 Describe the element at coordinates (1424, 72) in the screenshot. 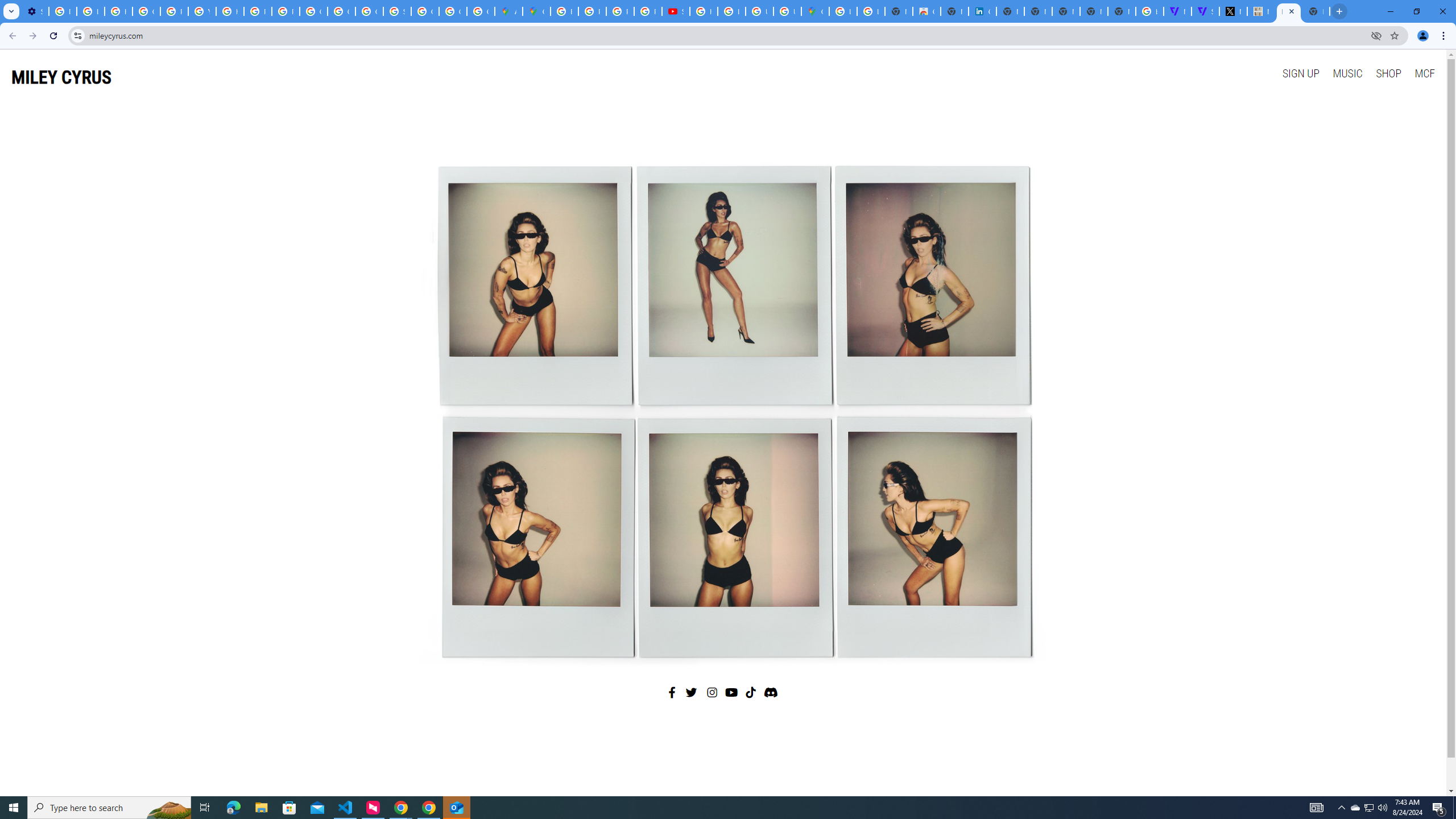

I see `'MCF'` at that location.